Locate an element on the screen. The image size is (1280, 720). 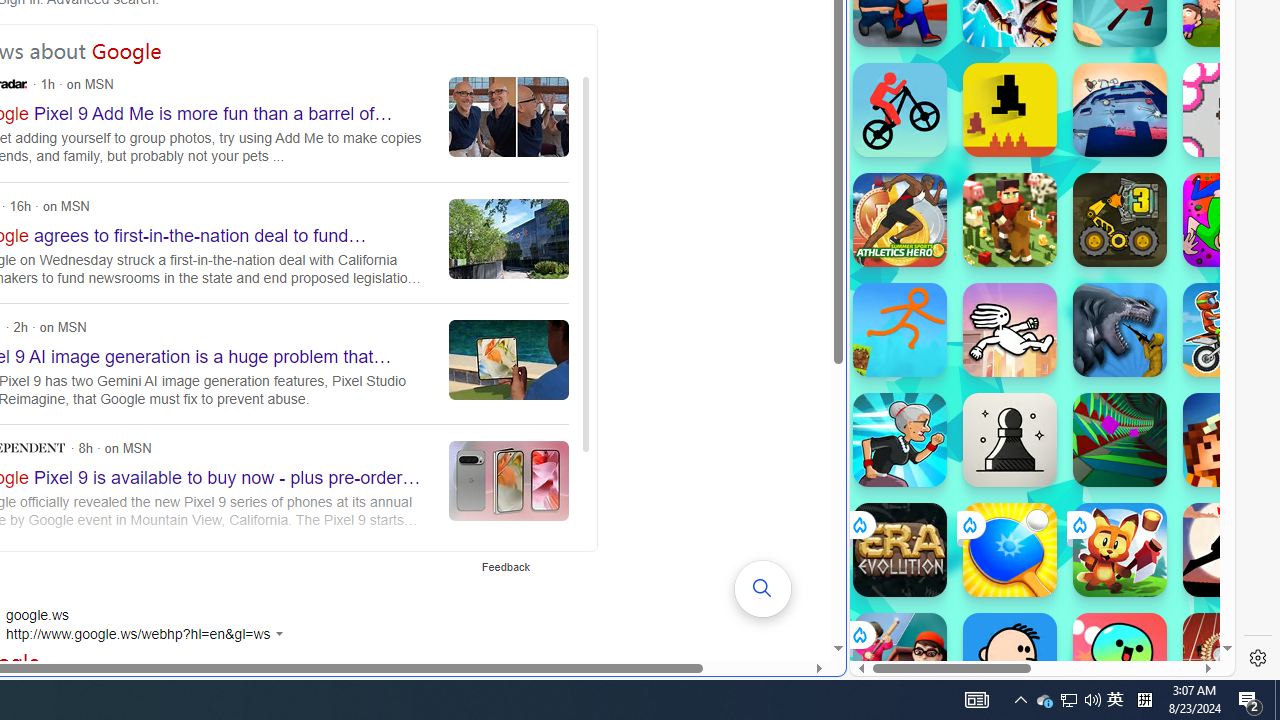
'JollyWorld JollyWorld' is located at coordinates (1229, 219).